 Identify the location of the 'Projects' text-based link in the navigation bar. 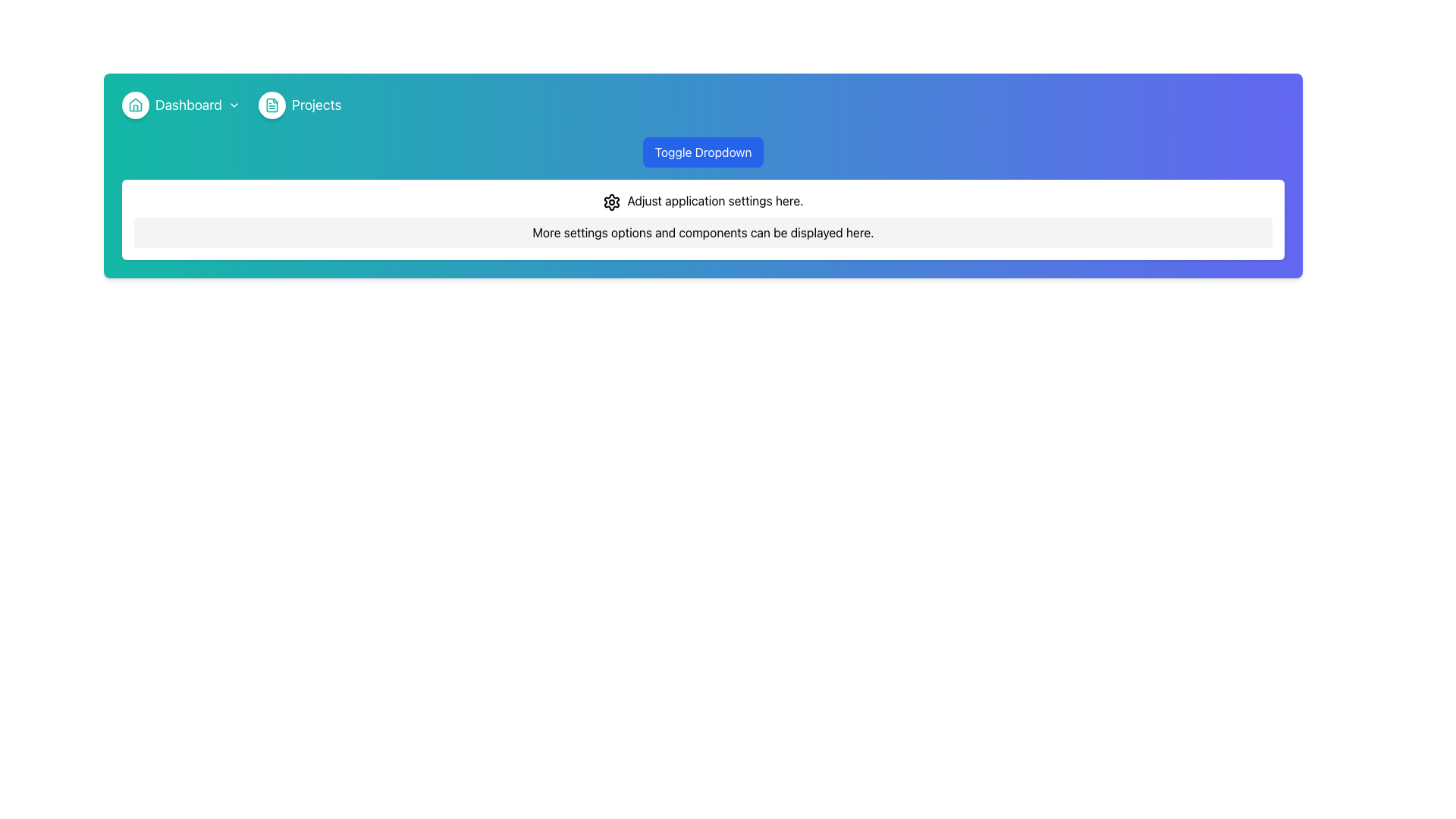
(315, 104).